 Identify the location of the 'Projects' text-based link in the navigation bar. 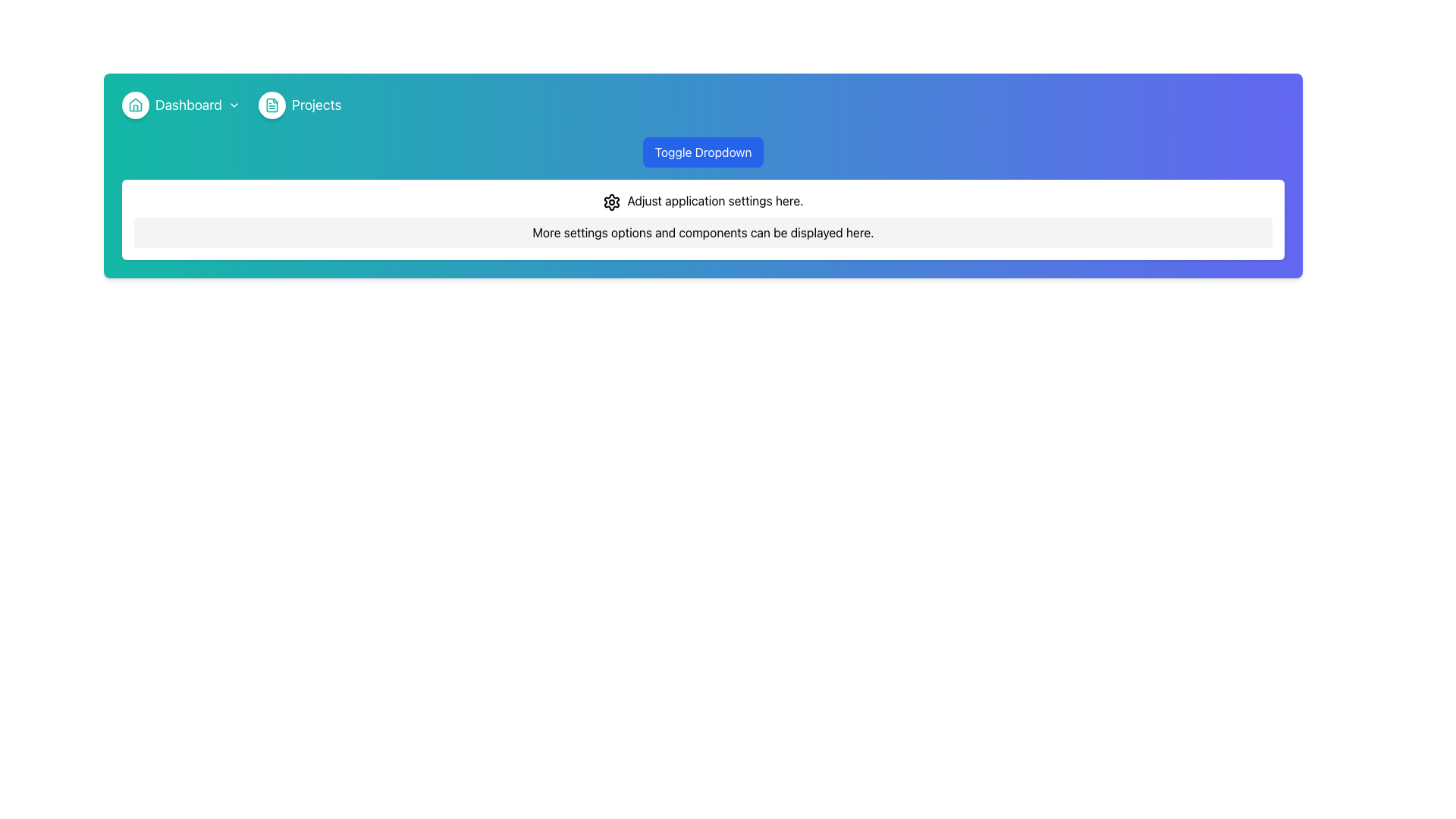
(315, 104).